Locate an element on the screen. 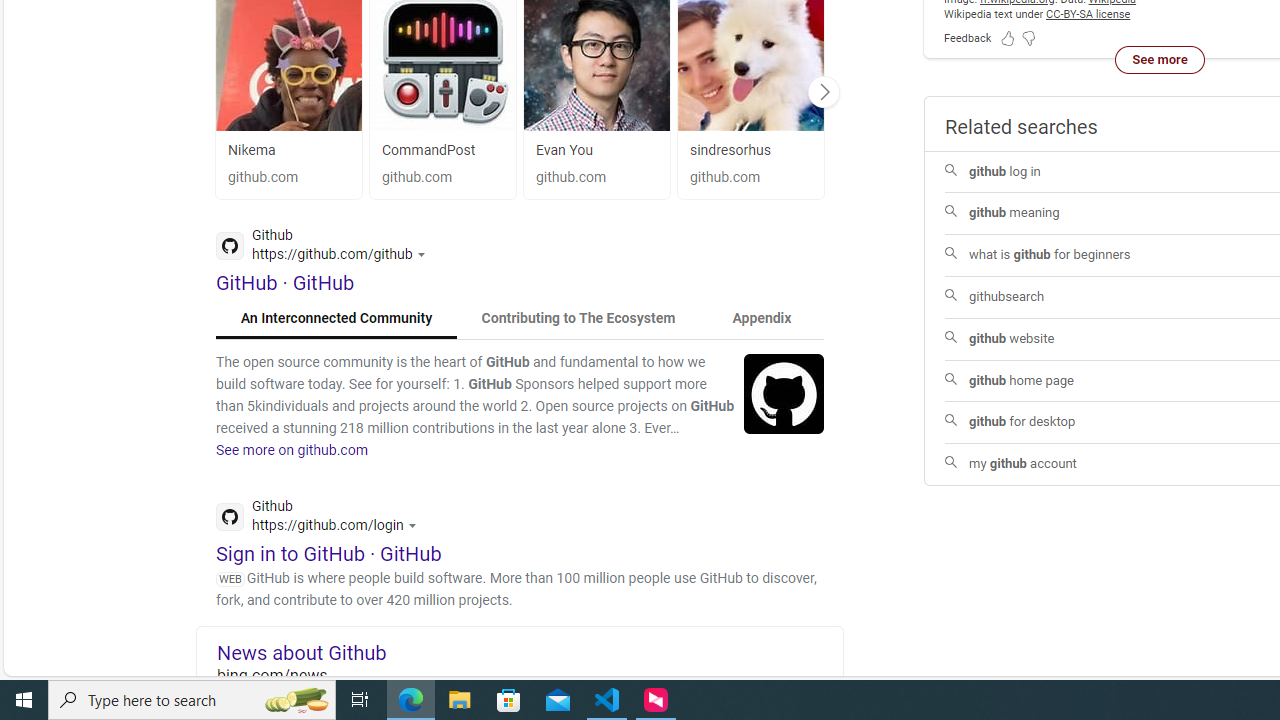  'CC-BY-SA license' is located at coordinates (1087, 14).